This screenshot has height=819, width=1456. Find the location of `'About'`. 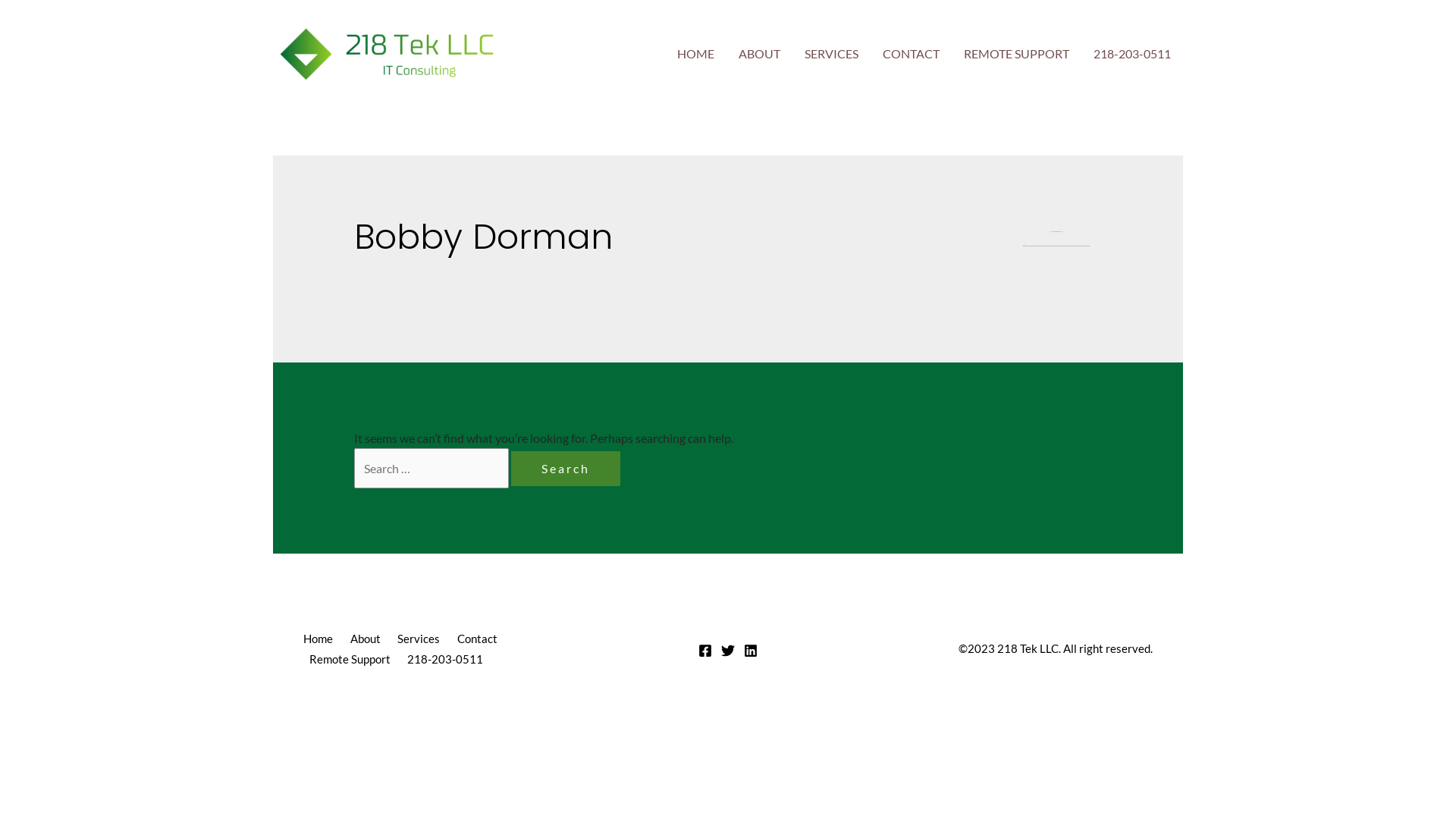

'About' is located at coordinates (344, 639).